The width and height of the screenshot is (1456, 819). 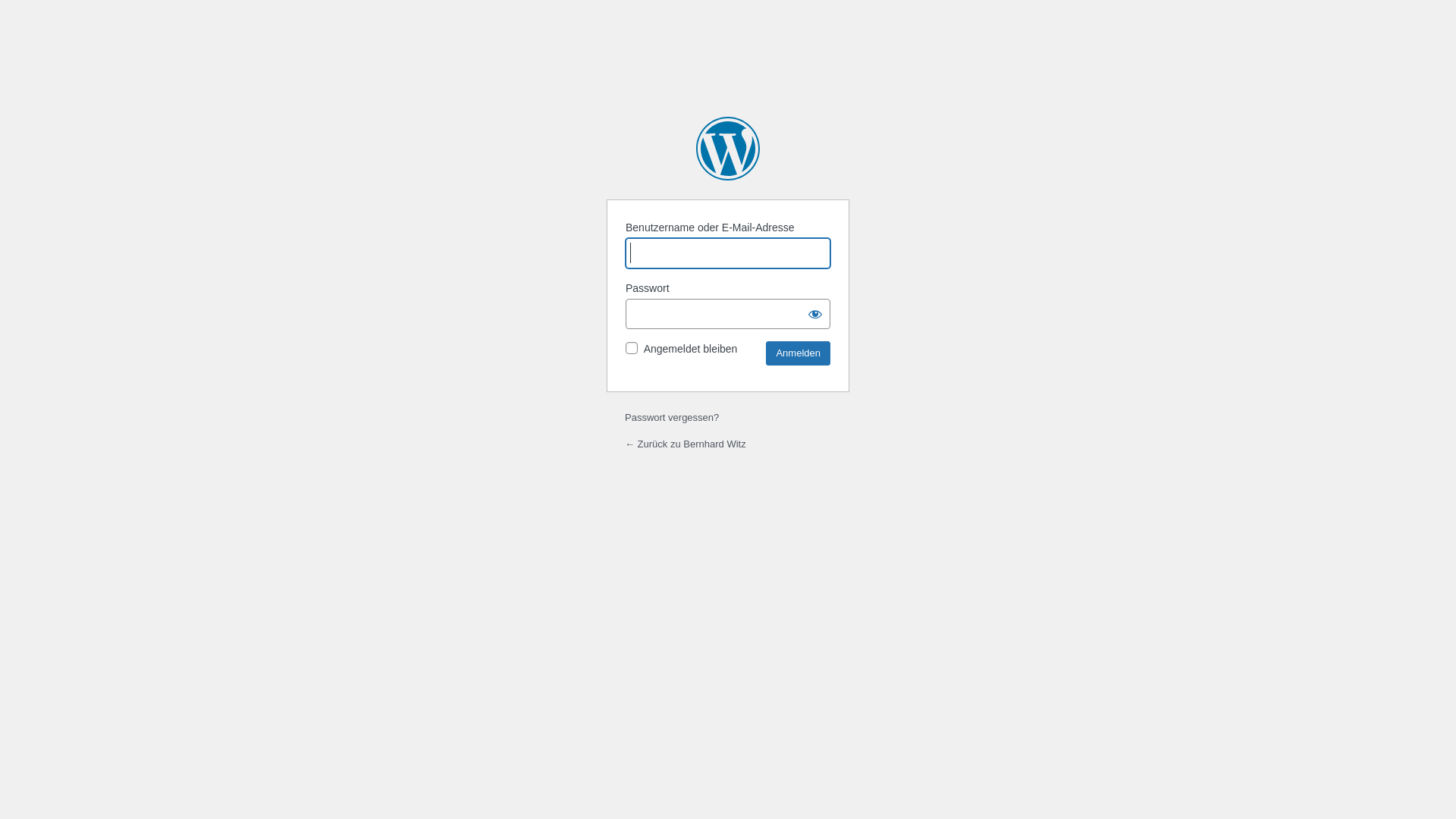 What do you see at coordinates (728, 149) in the screenshot?
I see `'Powered by WordPress'` at bounding box center [728, 149].